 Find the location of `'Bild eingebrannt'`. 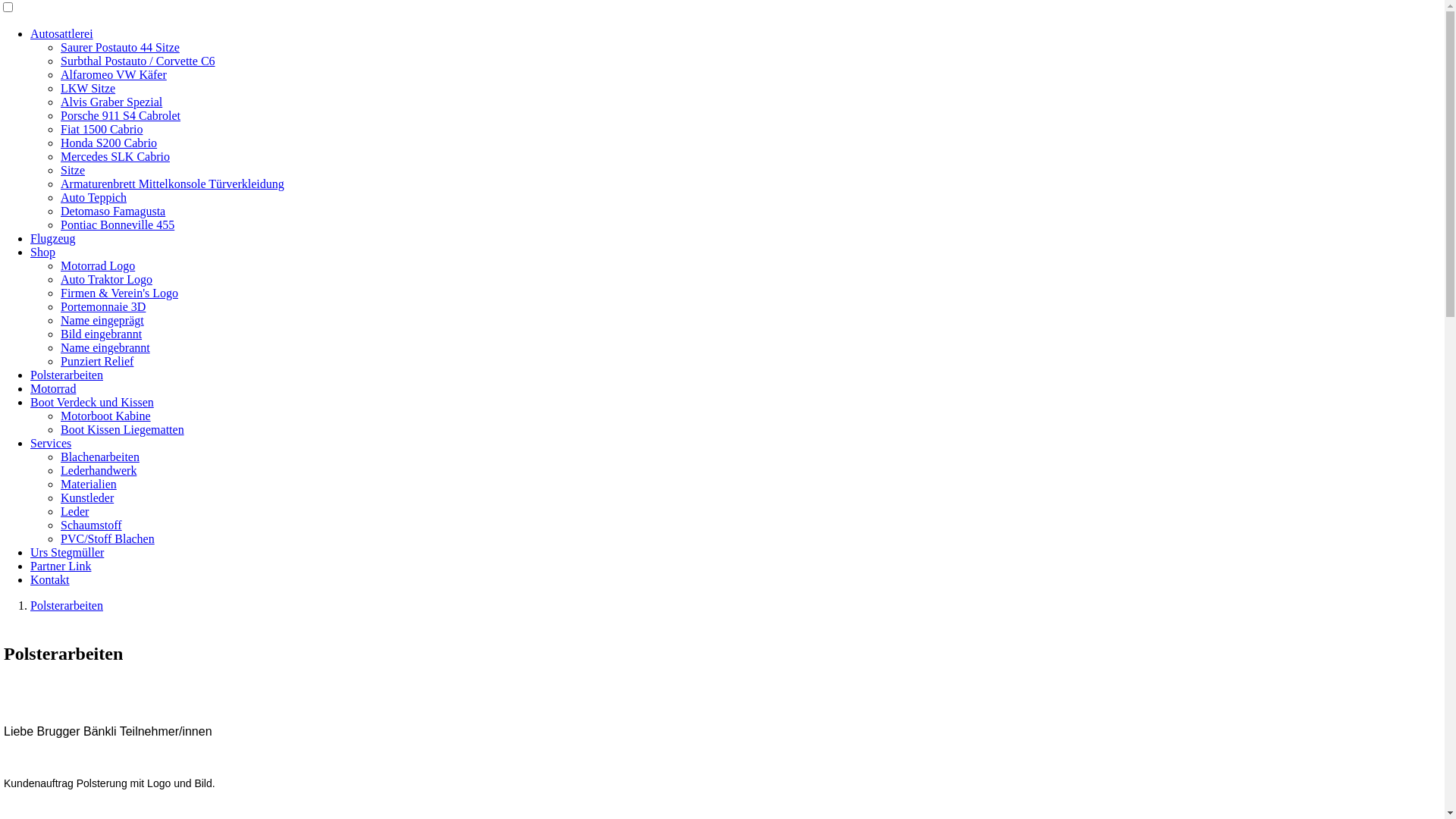

'Bild eingebrannt' is located at coordinates (100, 333).